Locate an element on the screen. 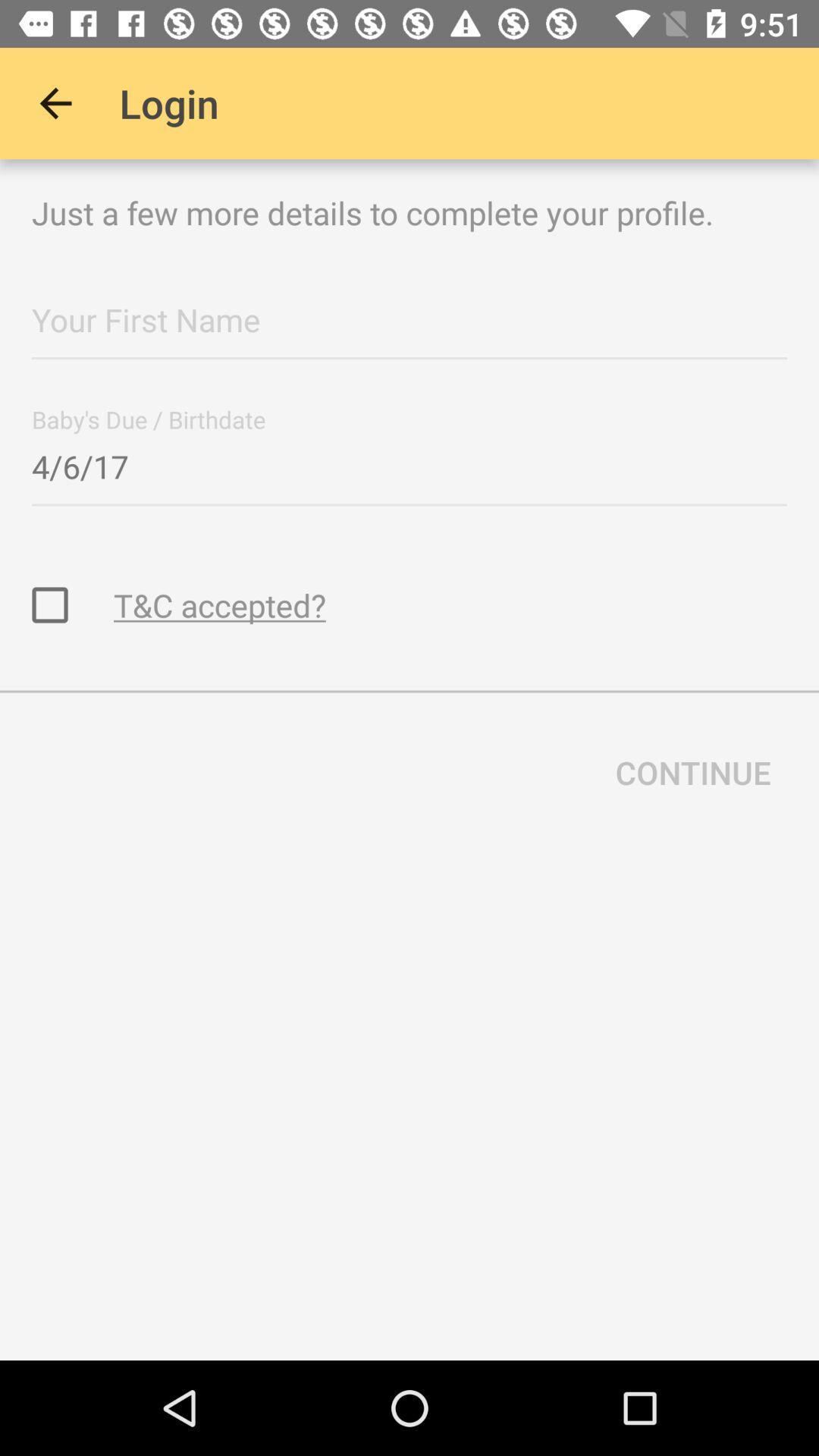  item on the right is located at coordinates (693, 772).